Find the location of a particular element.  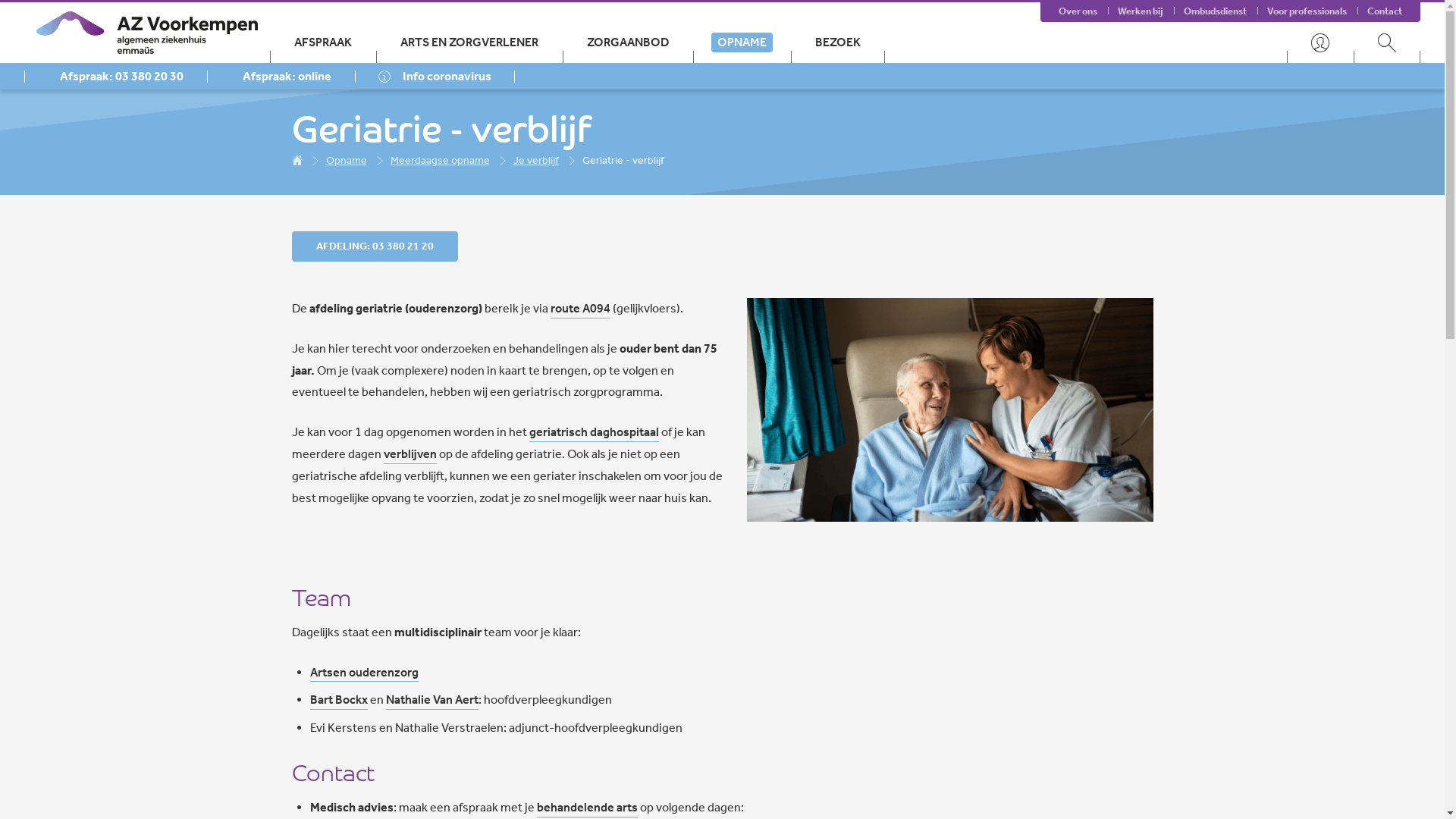

'Contact' is located at coordinates (1384, 11).